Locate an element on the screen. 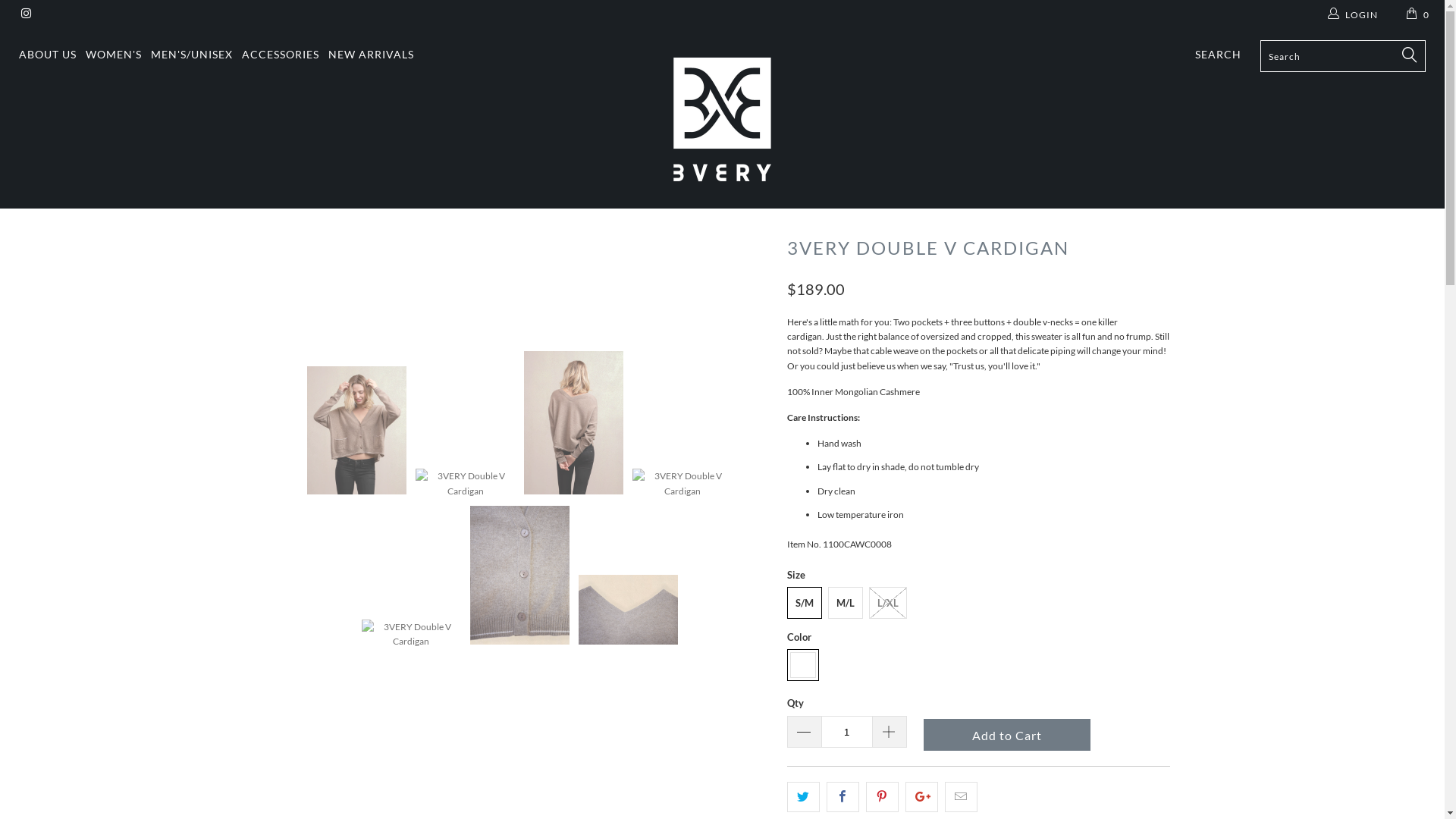 Image resolution: width=1456 pixels, height=819 pixels. '3VERY' is located at coordinates (721, 118).